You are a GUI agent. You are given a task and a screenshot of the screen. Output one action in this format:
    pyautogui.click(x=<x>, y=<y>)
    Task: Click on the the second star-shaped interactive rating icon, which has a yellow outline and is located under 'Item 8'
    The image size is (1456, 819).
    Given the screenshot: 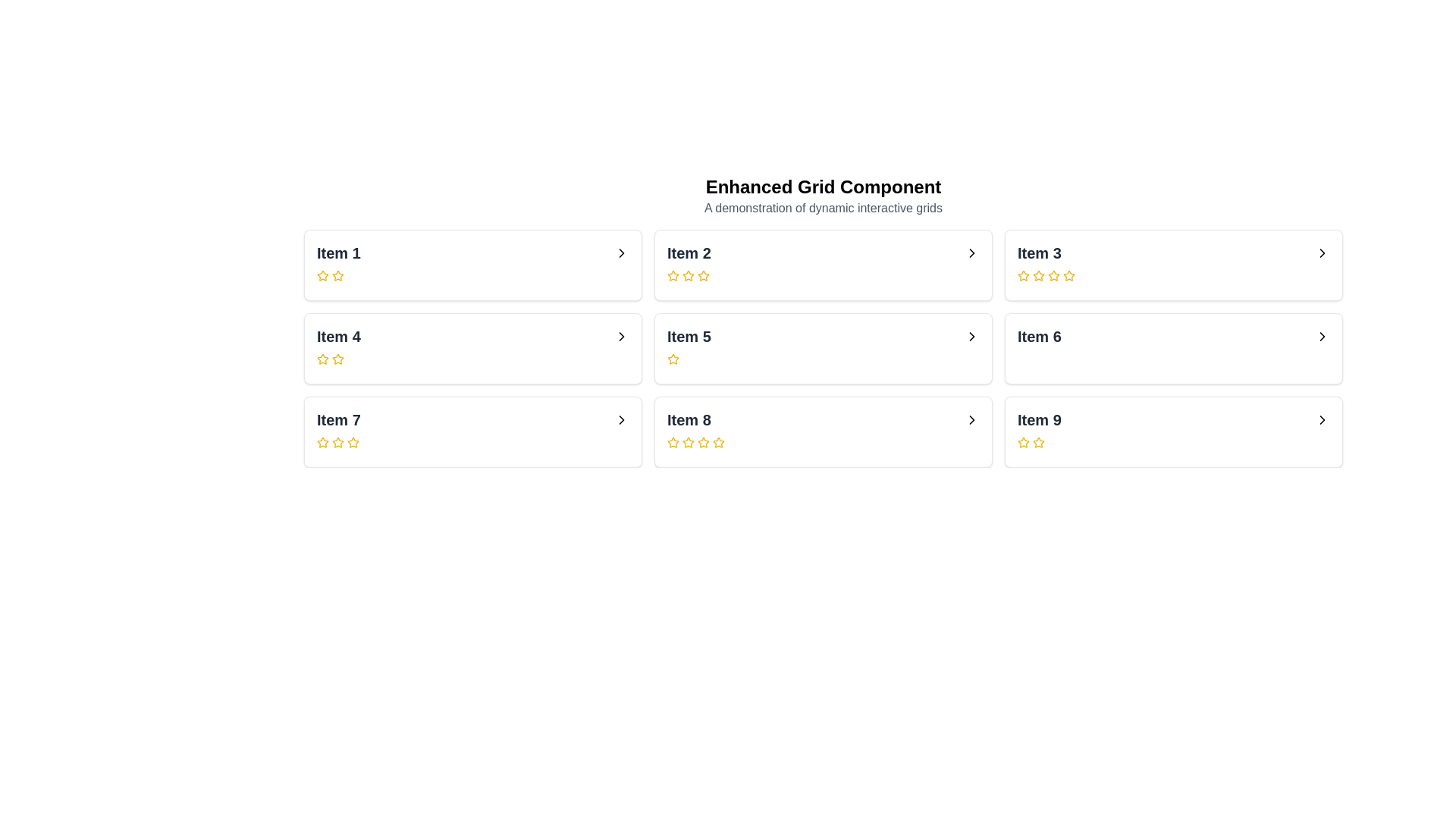 What is the action you would take?
    pyautogui.click(x=702, y=442)
    